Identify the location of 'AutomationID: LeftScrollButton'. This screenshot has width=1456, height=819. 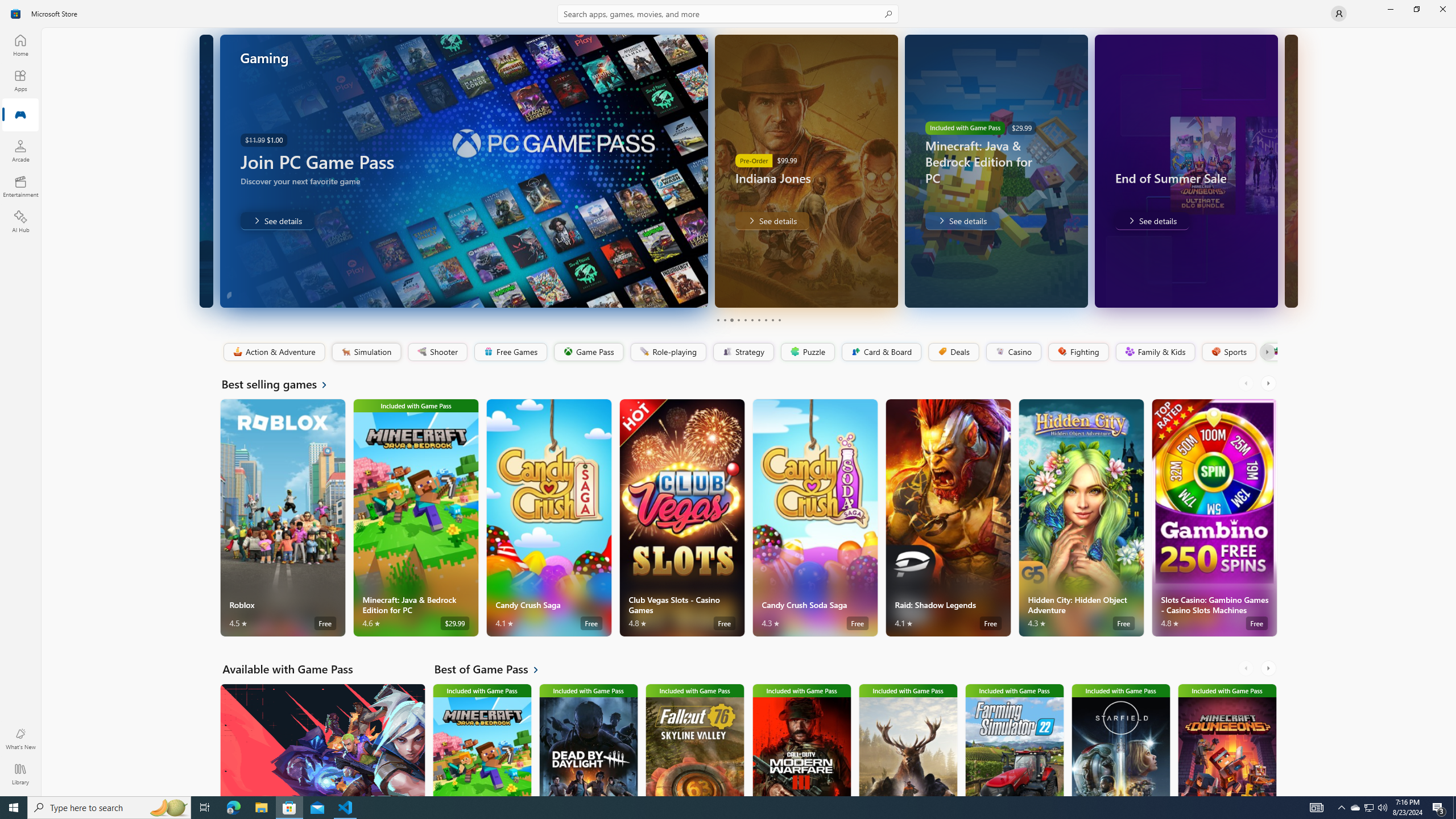
(1247, 668).